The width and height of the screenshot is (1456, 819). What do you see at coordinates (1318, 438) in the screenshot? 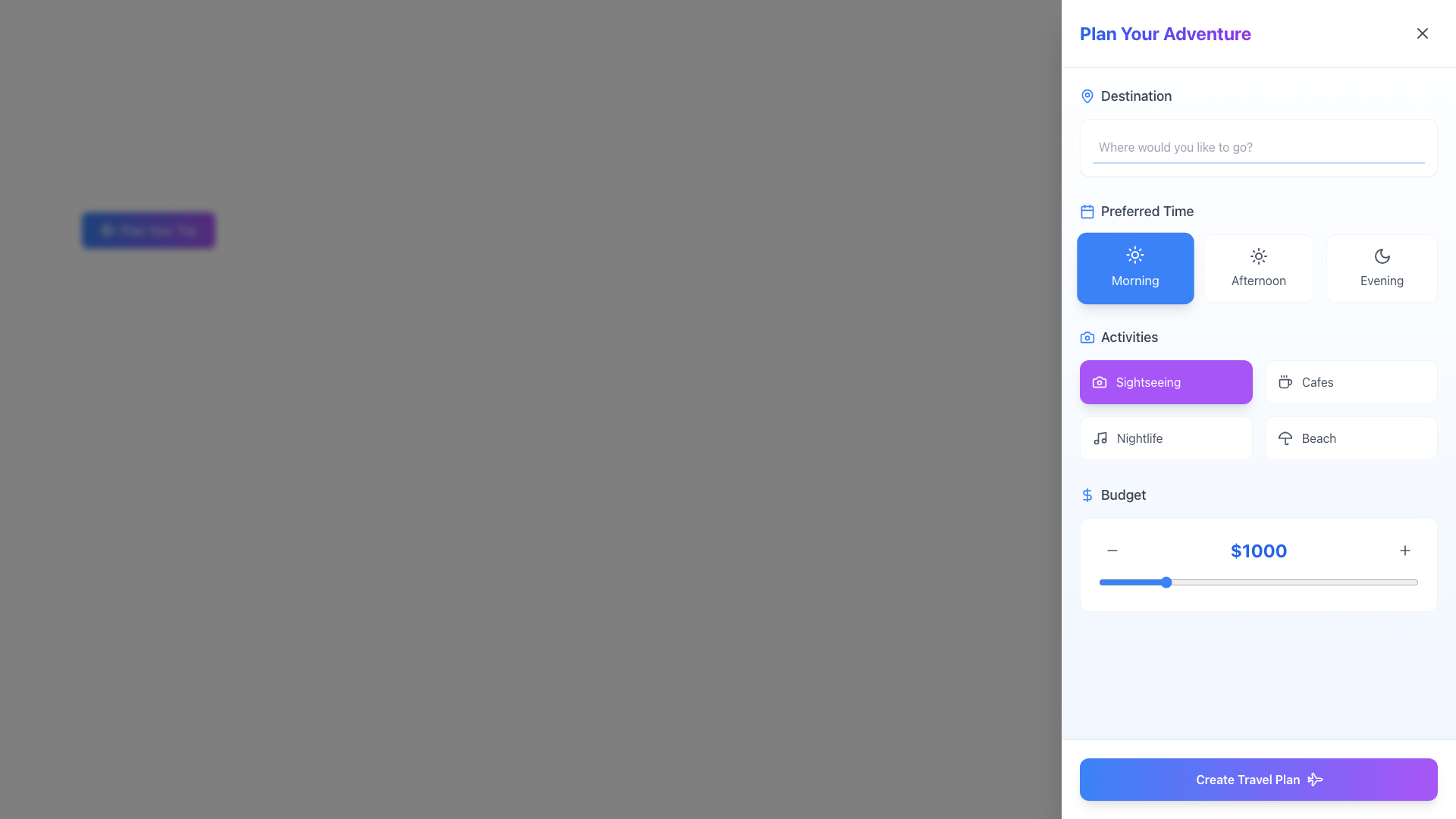
I see `the text label displaying 'Beach'` at bounding box center [1318, 438].